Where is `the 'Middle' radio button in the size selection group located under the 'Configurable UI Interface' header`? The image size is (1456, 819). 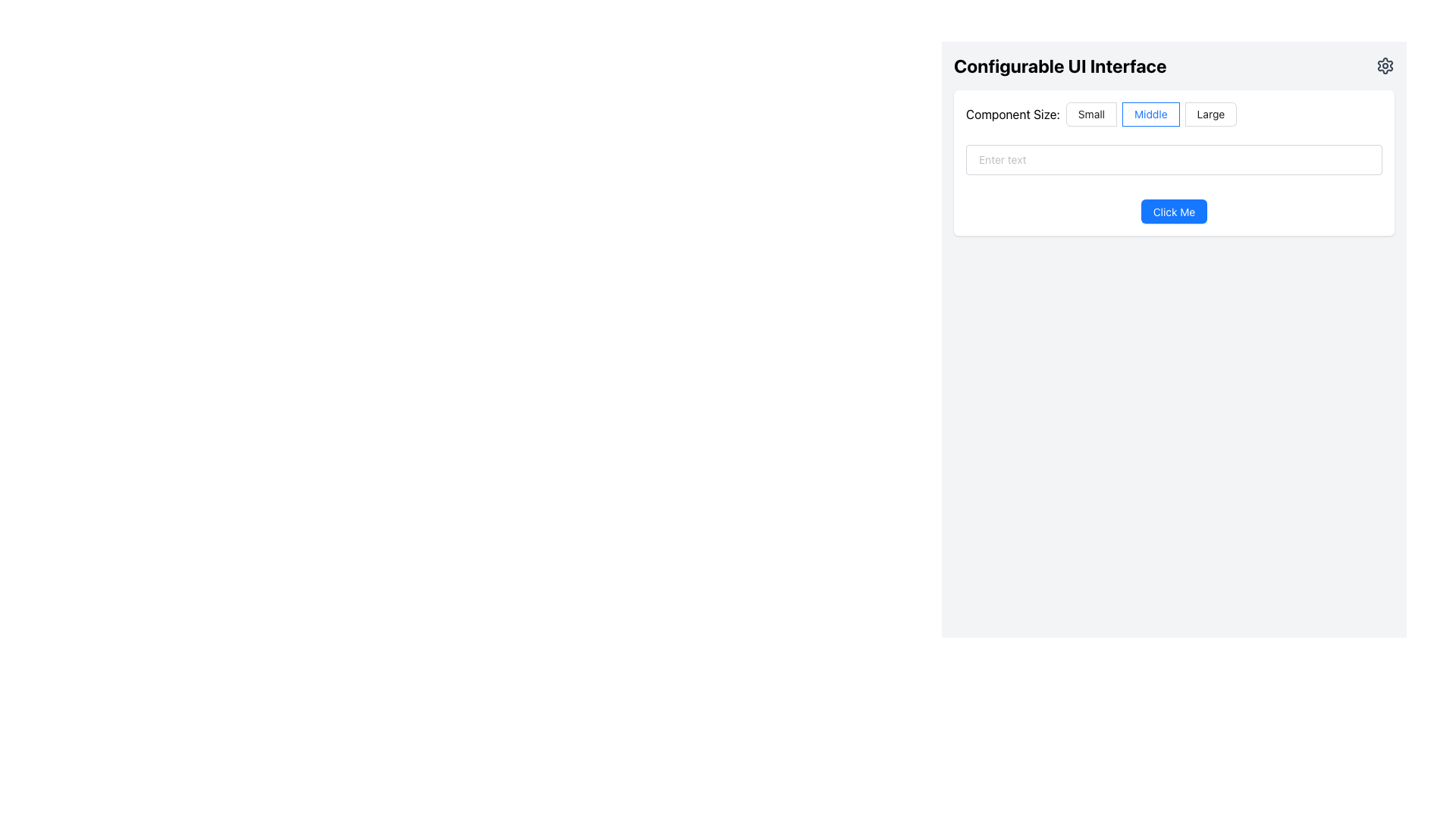 the 'Middle' radio button in the size selection group located under the 'Configurable UI Interface' header is located at coordinates (1173, 113).